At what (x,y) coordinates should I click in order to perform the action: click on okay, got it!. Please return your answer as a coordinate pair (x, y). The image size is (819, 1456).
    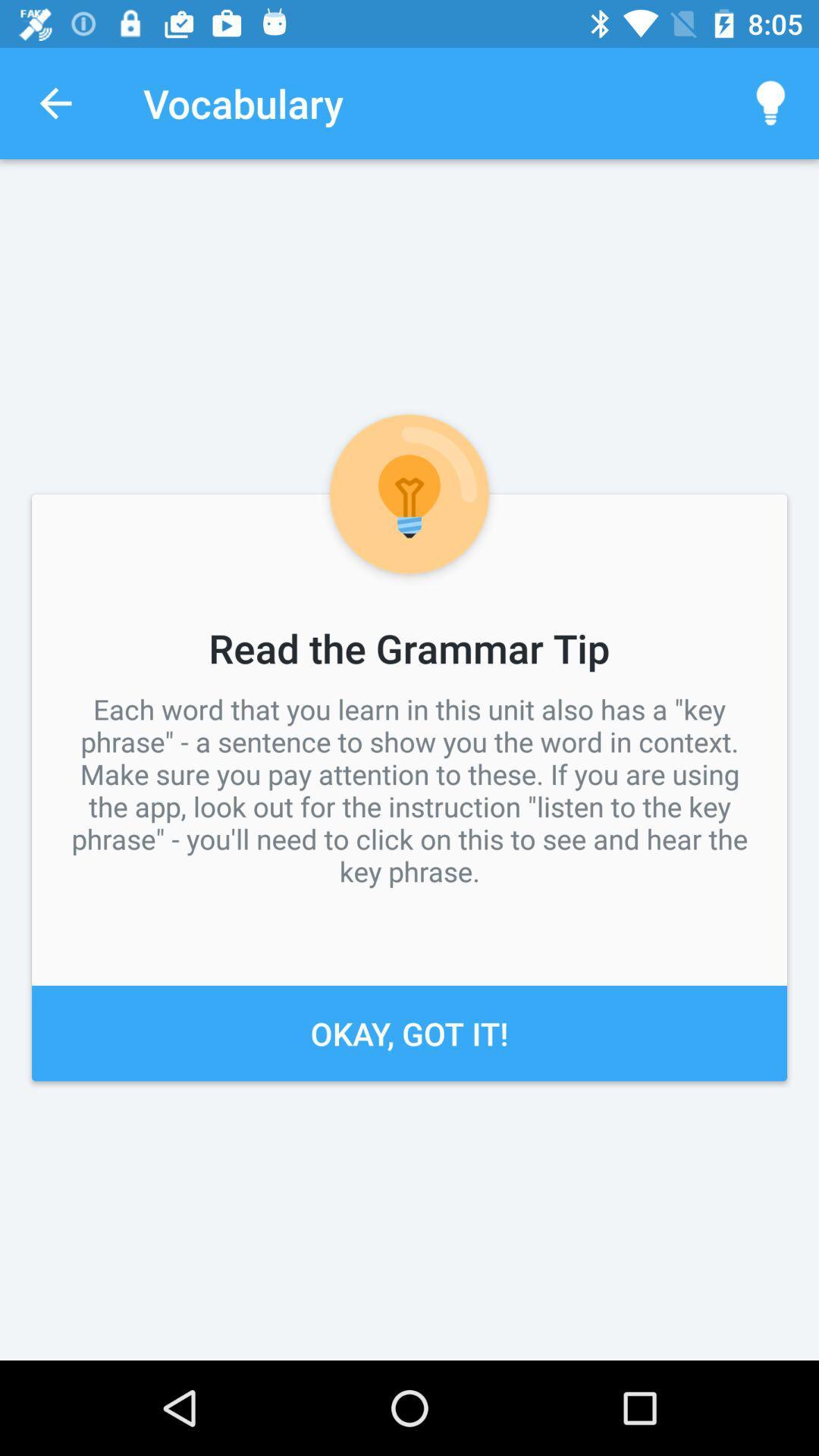
    Looking at the image, I should click on (409, 1032).